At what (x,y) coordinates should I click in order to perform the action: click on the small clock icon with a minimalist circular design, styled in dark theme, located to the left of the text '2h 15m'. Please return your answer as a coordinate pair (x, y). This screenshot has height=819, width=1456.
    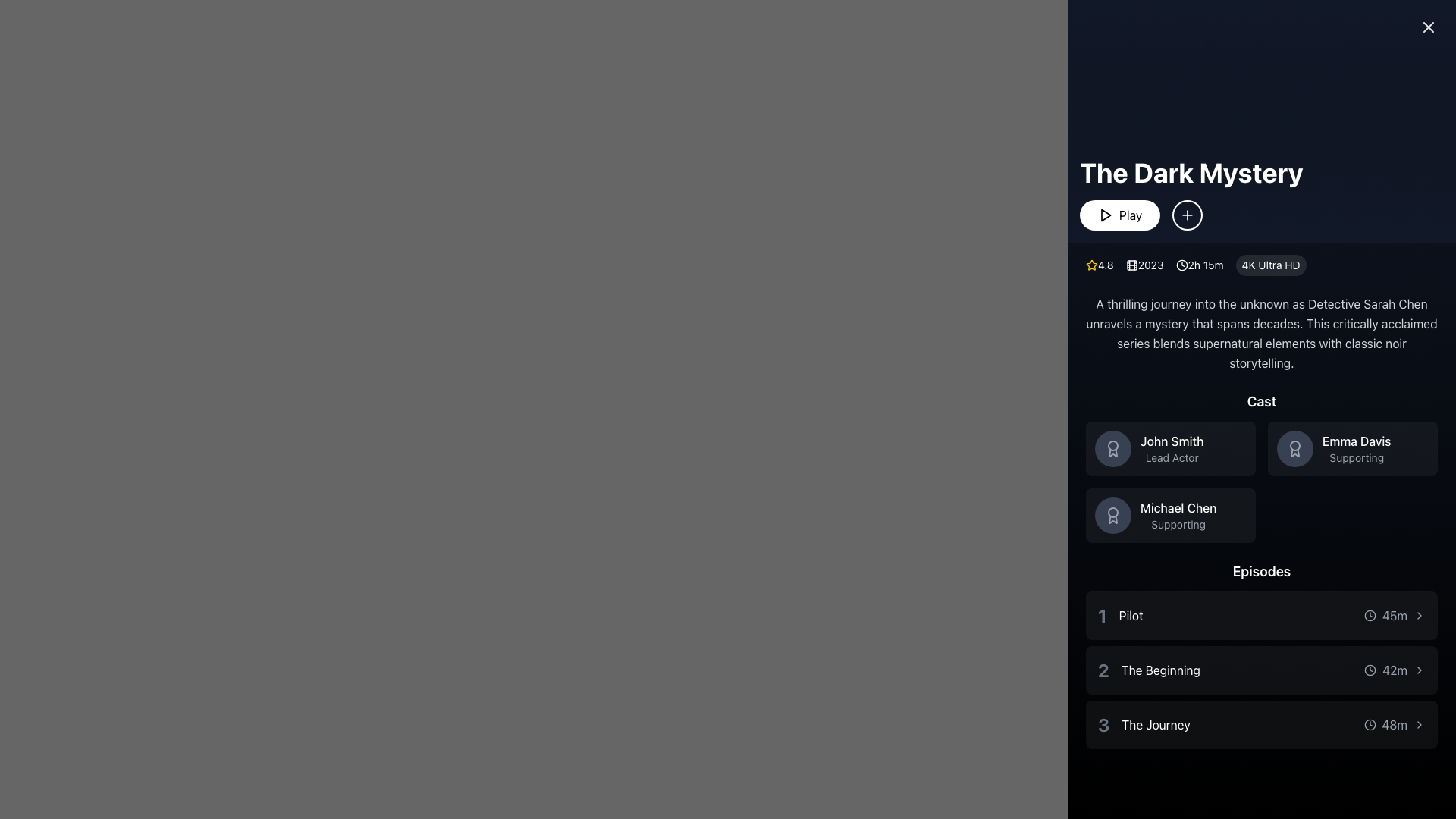
    Looking at the image, I should click on (1181, 265).